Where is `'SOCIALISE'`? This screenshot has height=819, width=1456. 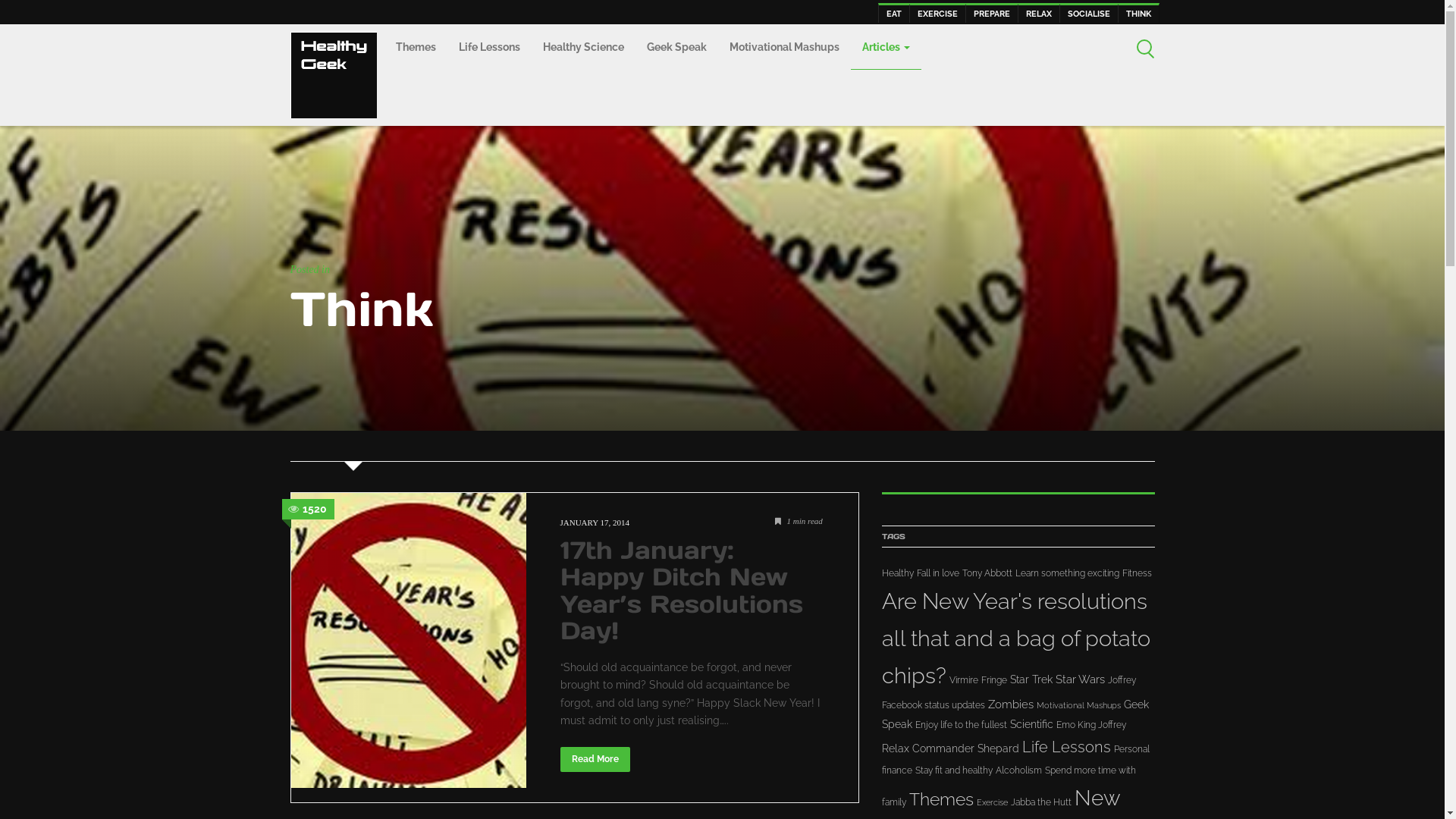 'SOCIALISE' is located at coordinates (1087, 12).